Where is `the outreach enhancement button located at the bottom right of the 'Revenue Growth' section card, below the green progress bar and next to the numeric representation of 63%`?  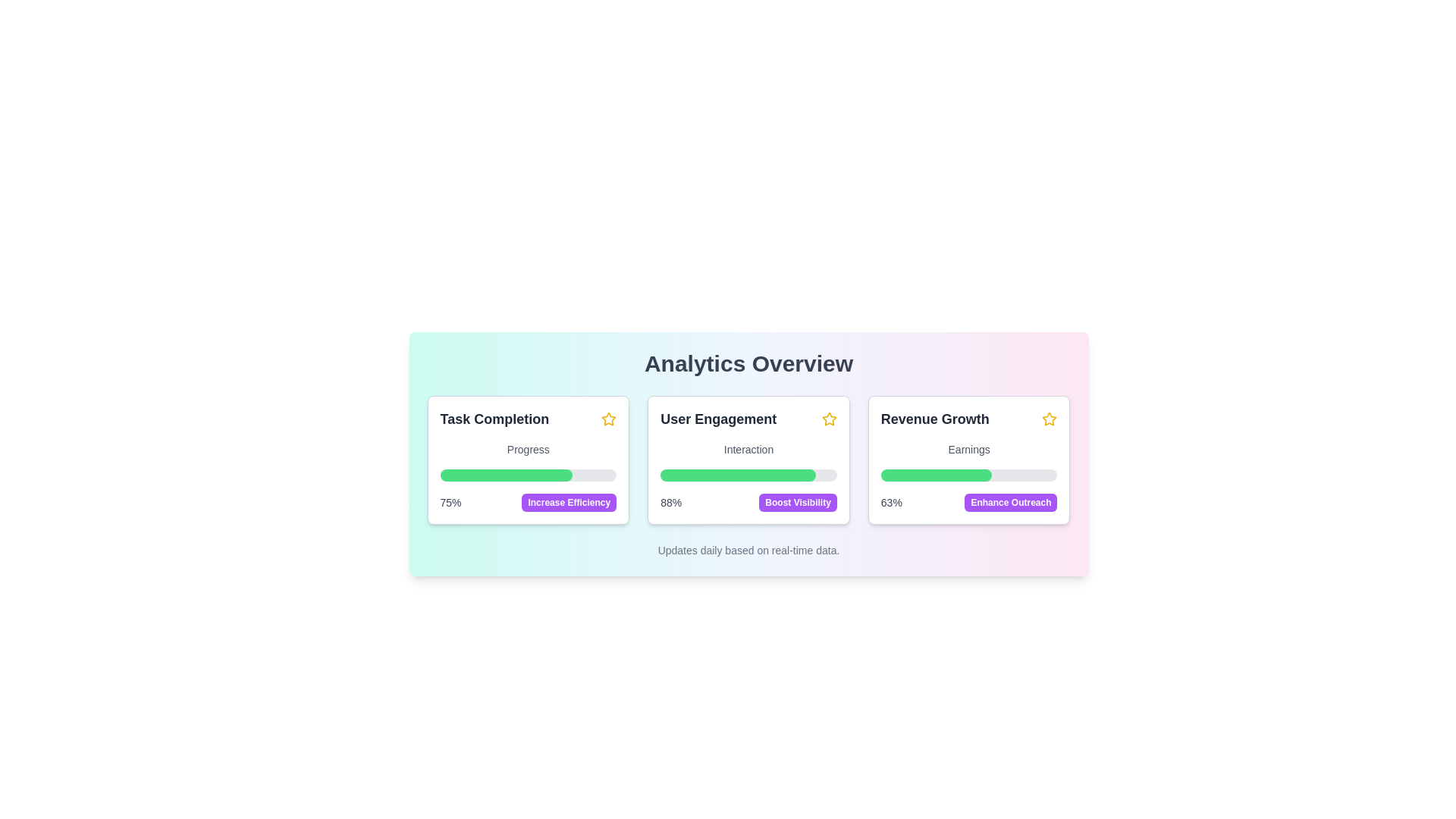 the outreach enhancement button located at the bottom right of the 'Revenue Growth' section card, below the green progress bar and next to the numeric representation of 63% is located at coordinates (1011, 503).